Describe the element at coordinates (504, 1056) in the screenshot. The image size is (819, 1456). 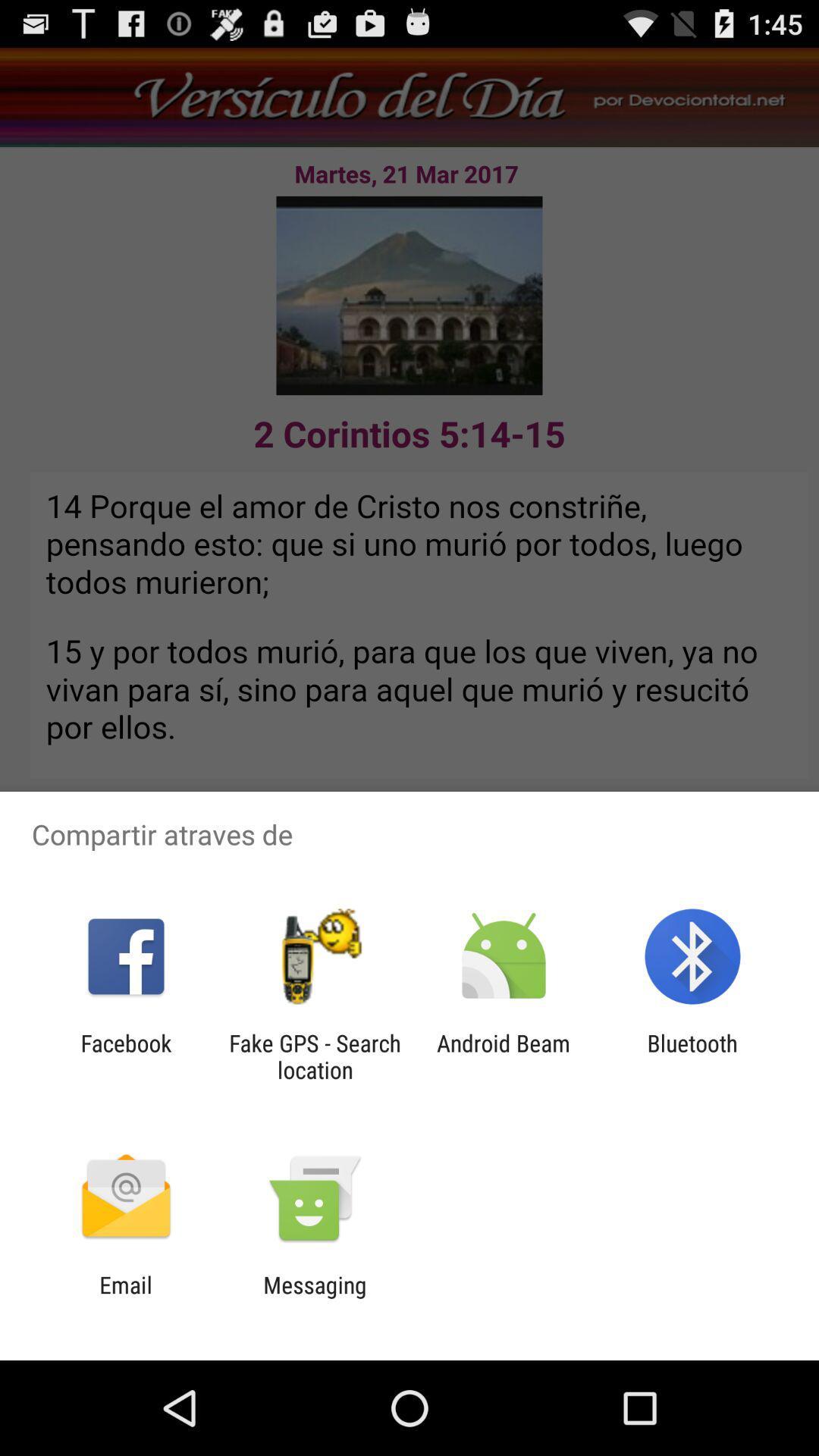
I see `icon to the left of the bluetooth` at that location.